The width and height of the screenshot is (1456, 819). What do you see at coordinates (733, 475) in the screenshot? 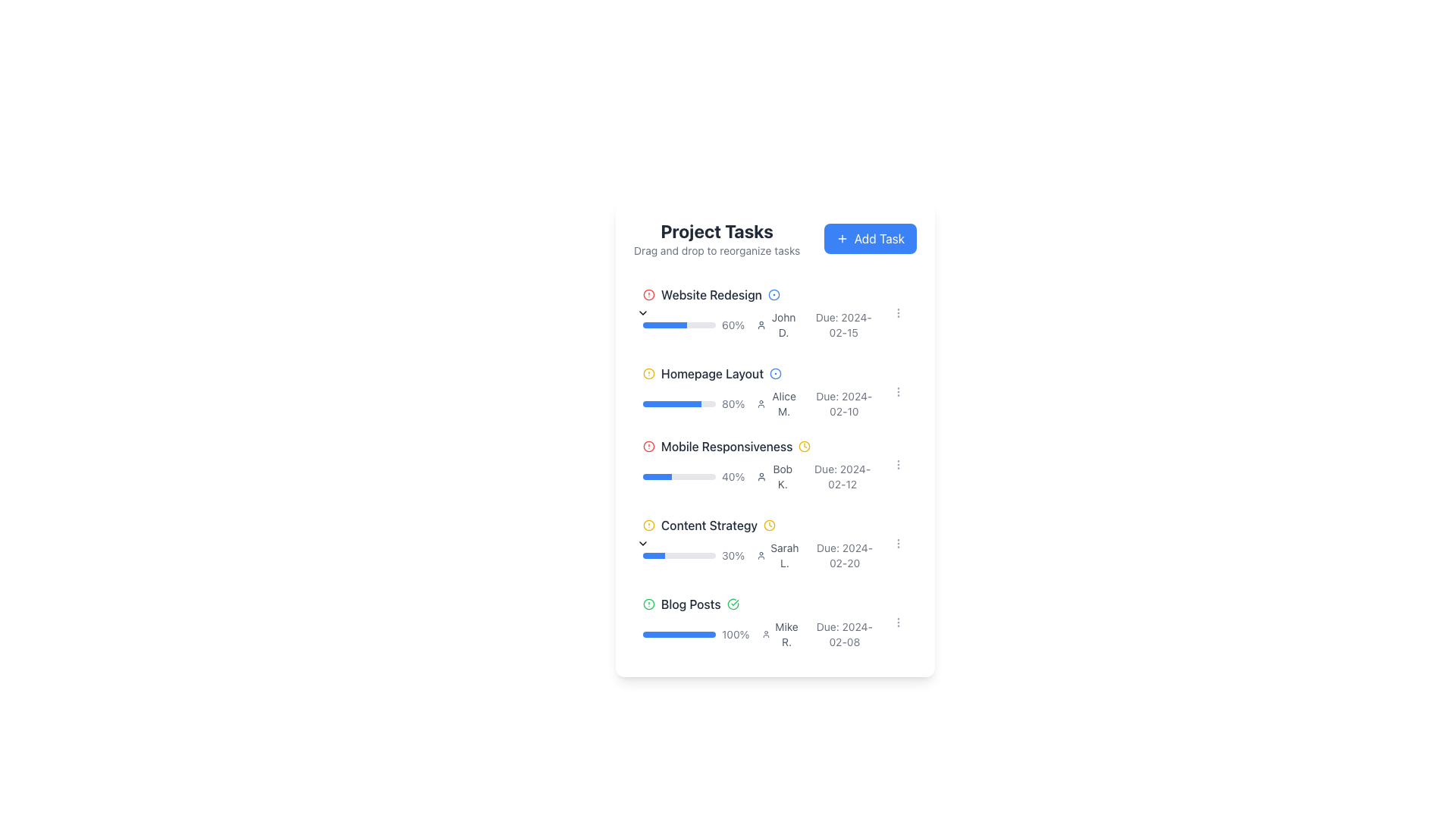
I see `the Text label displaying the progress percentage for the task 'Mobile Responsiveness', located to the right of its associated progress bar` at bounding box center [733, 475].